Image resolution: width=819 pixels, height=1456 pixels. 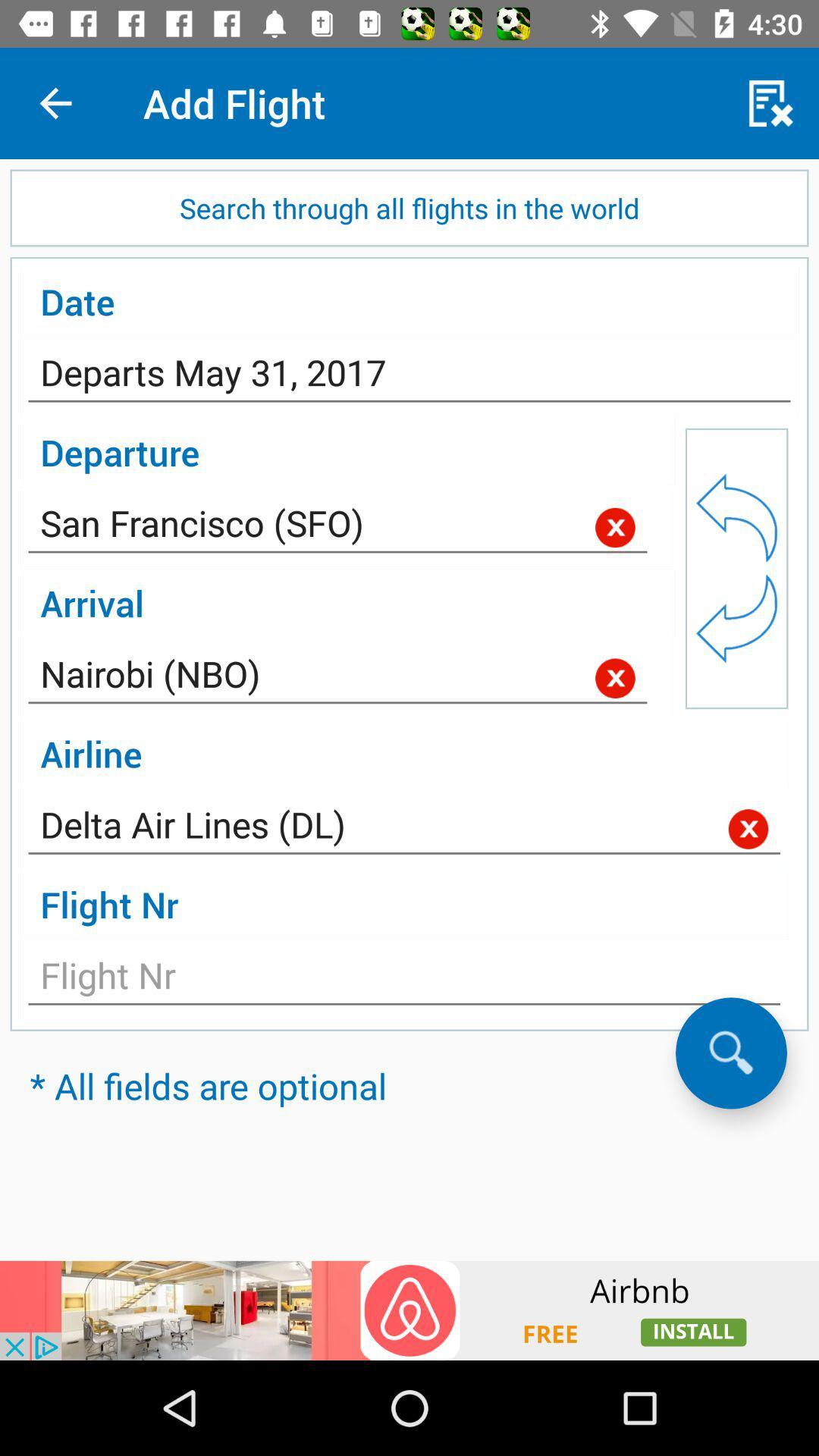 What do you see at coordinates (409, 1310) in the screenshot?
I see `advertisement` at bounding box center [409, 1310].